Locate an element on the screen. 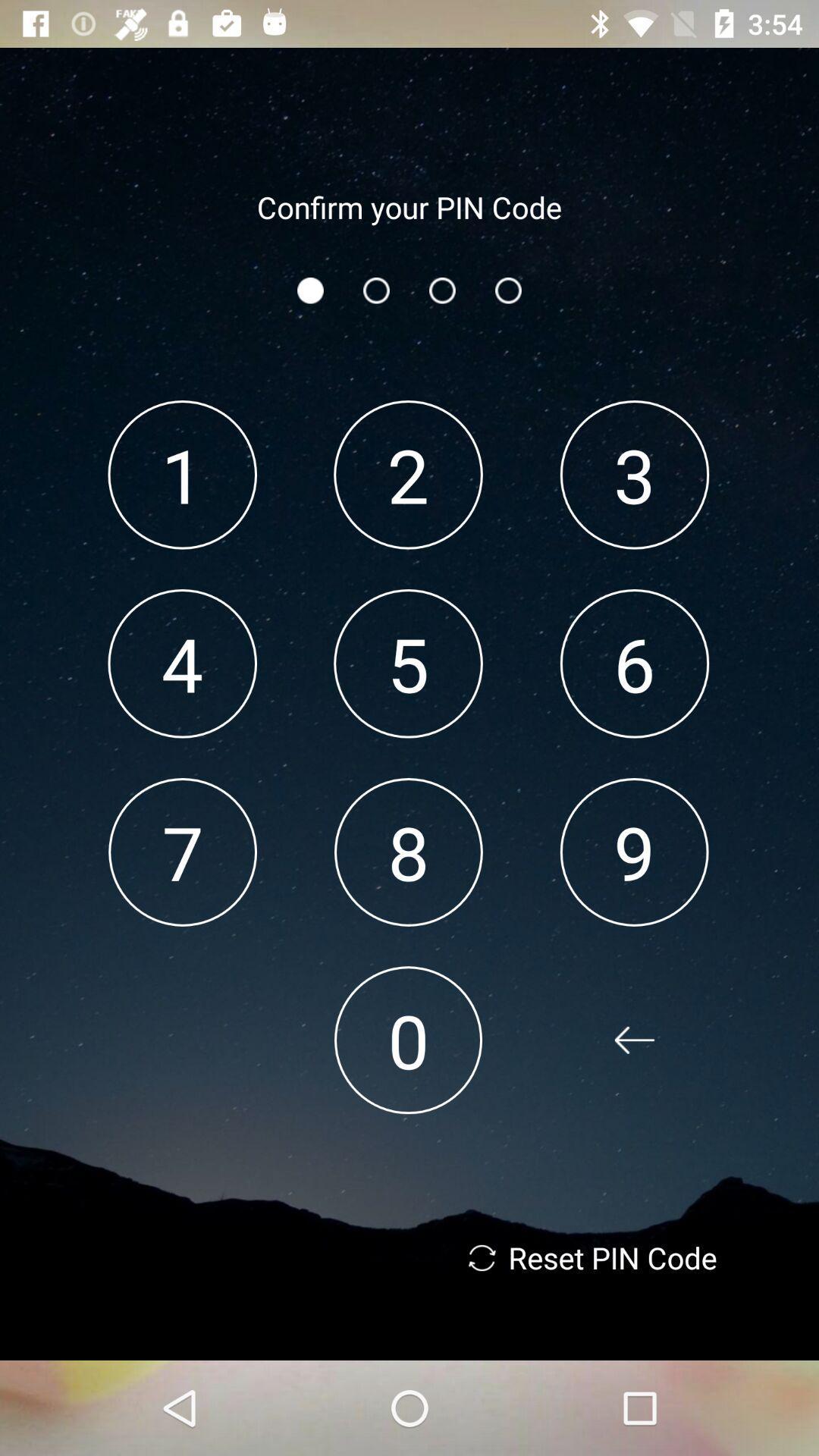  the item below 5 app is located at coordinates (407, 852).